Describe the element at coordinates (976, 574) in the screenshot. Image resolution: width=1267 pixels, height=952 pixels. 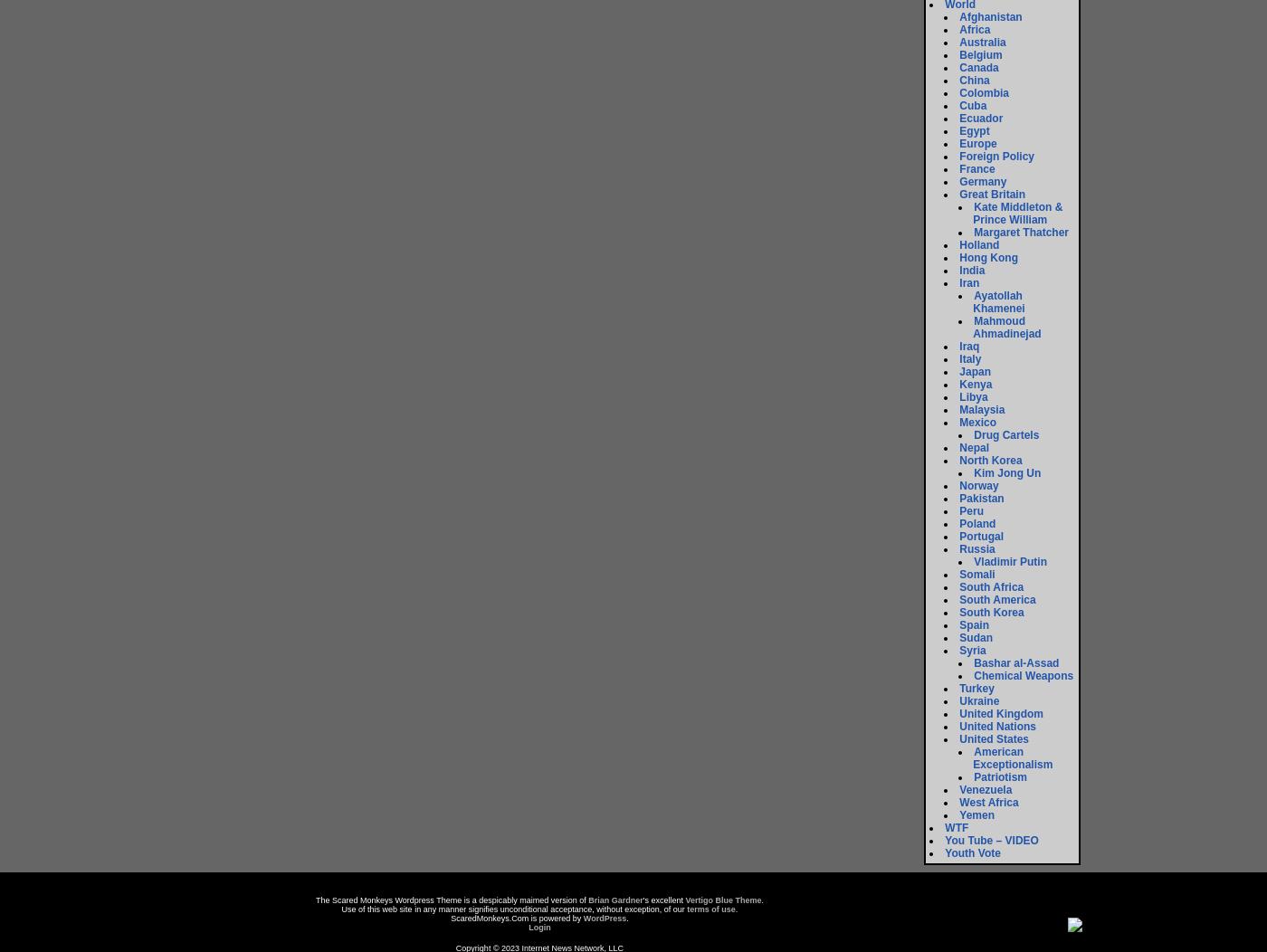
I see `'Somali'` at that location.